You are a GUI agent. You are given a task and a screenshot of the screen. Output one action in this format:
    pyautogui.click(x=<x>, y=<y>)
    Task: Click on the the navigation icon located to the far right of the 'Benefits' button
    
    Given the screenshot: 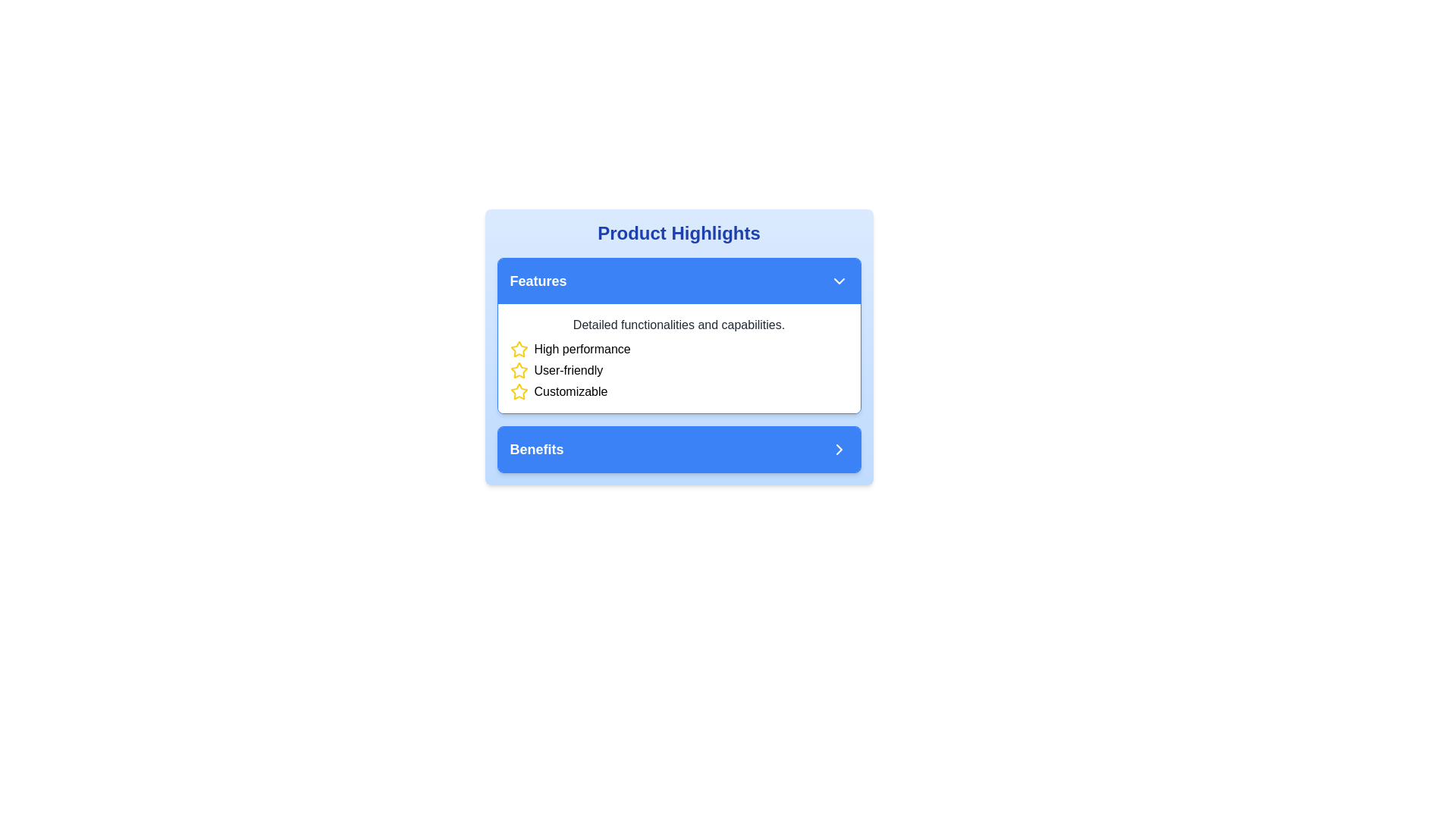 What is the action you would take?
    pyautogui.click(x=838, y=449)
    